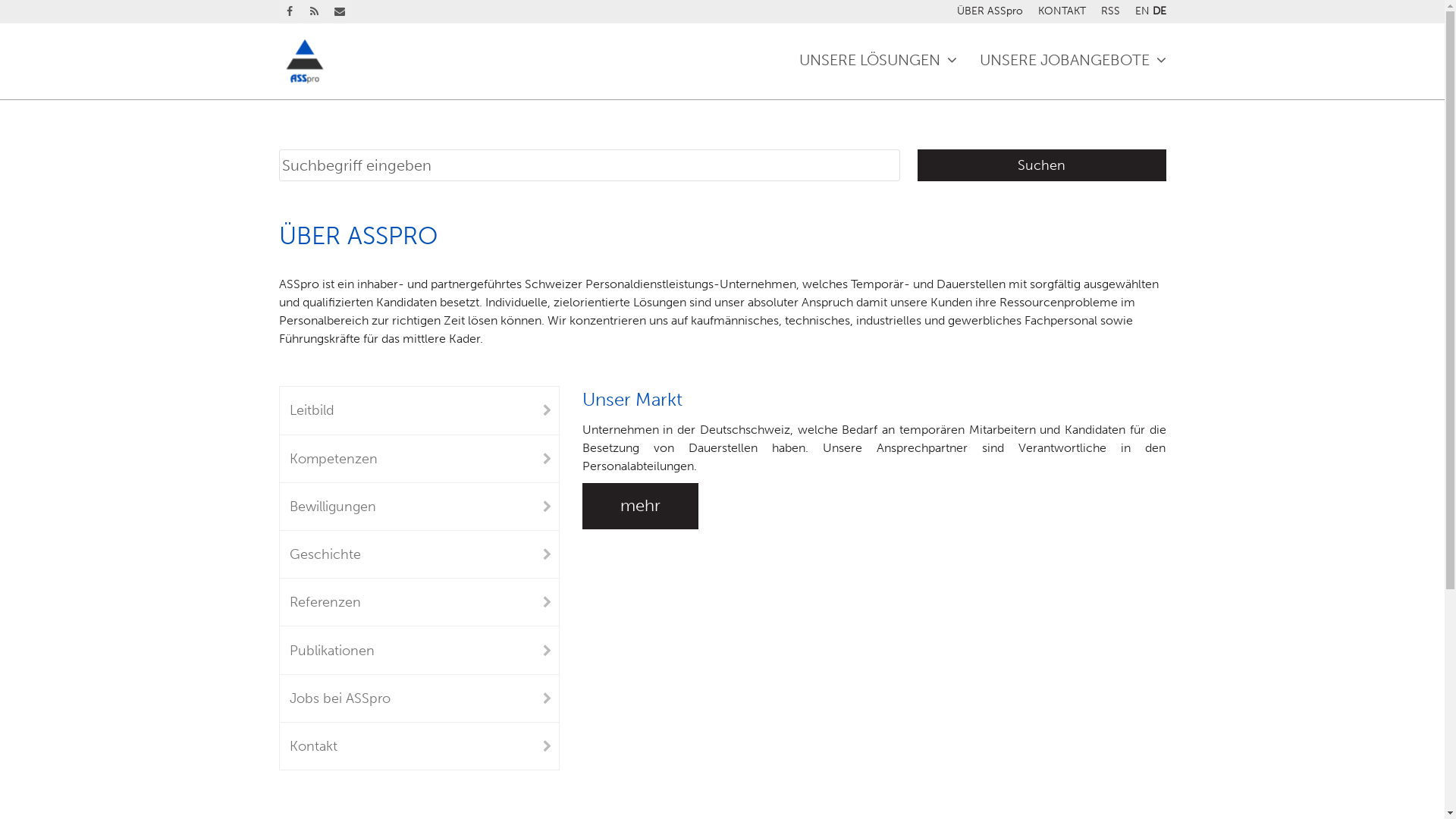 The height and width of the screenshot is (819, 1456). What do you see at coordinates (1072, 61) in the screenshot?
I see `'UNSERE JOBANGEBOTE'` at bounding box center [1072, 61].